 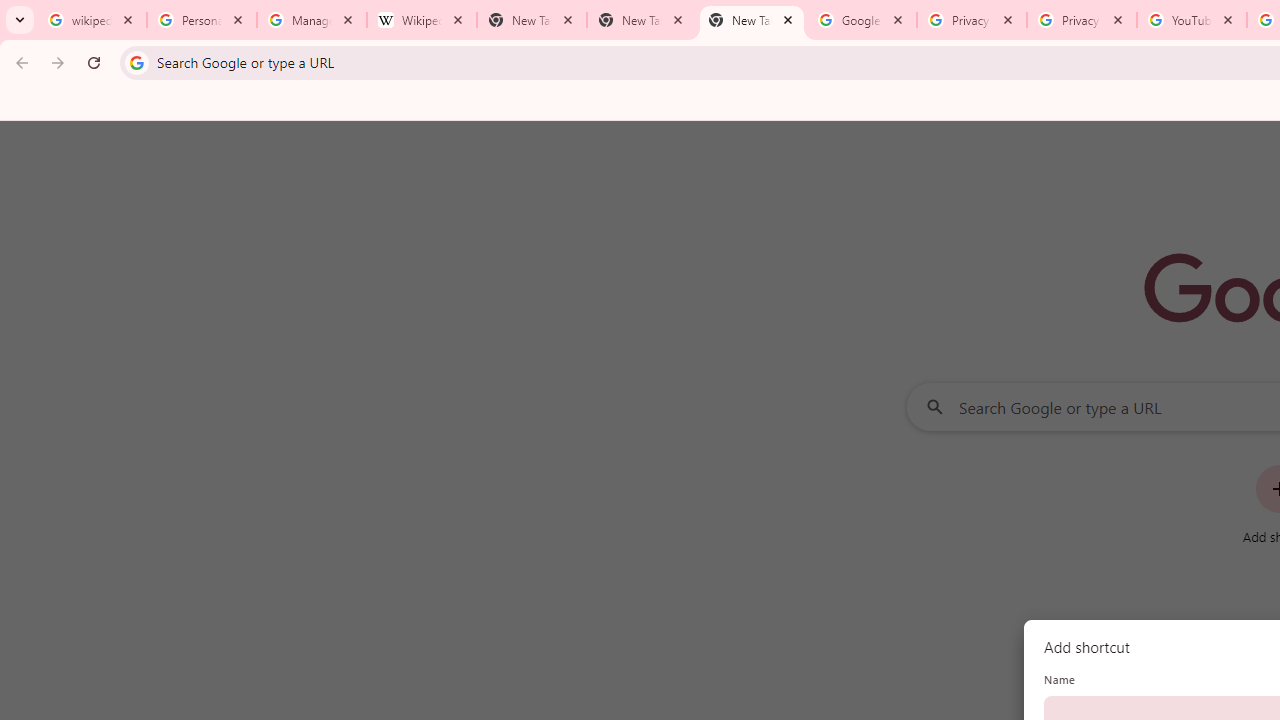 What do you see at coordinates (751, 20) in the screenshot?
I see `'New Tab'` at bounding box center [751, 20].